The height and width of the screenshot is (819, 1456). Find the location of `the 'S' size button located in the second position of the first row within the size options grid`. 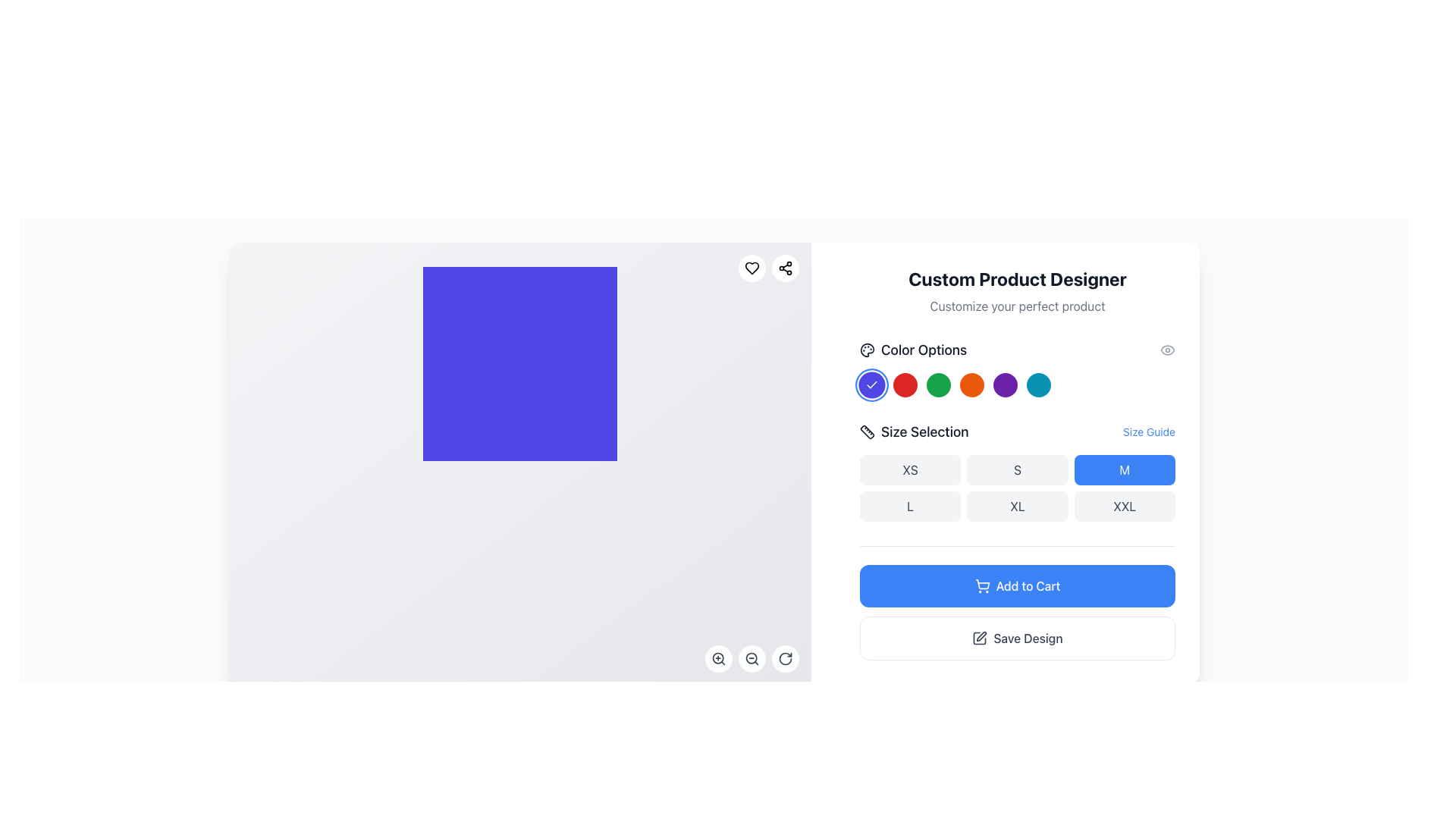

the 'S' size button located in the second position of the first row within the size options grid is located at coordinates (1018, 470).